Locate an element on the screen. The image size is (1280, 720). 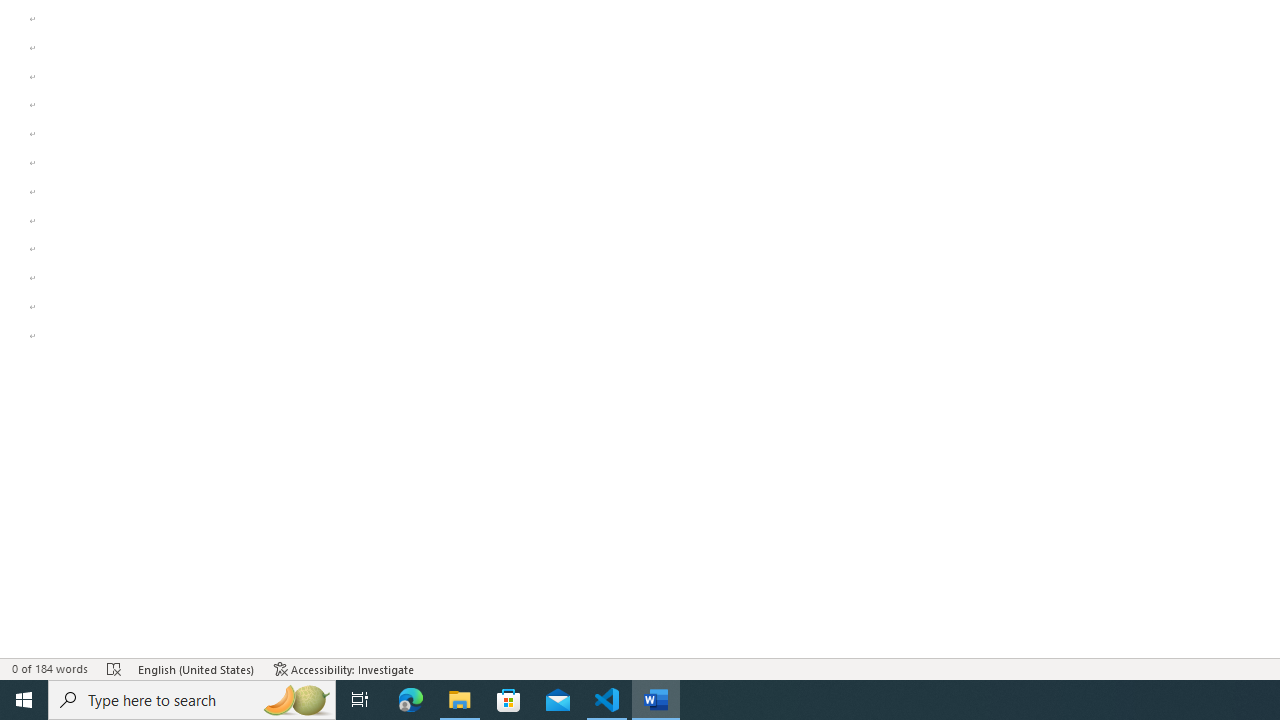
'Language English (United States)' is located at coordinates (196, 669).